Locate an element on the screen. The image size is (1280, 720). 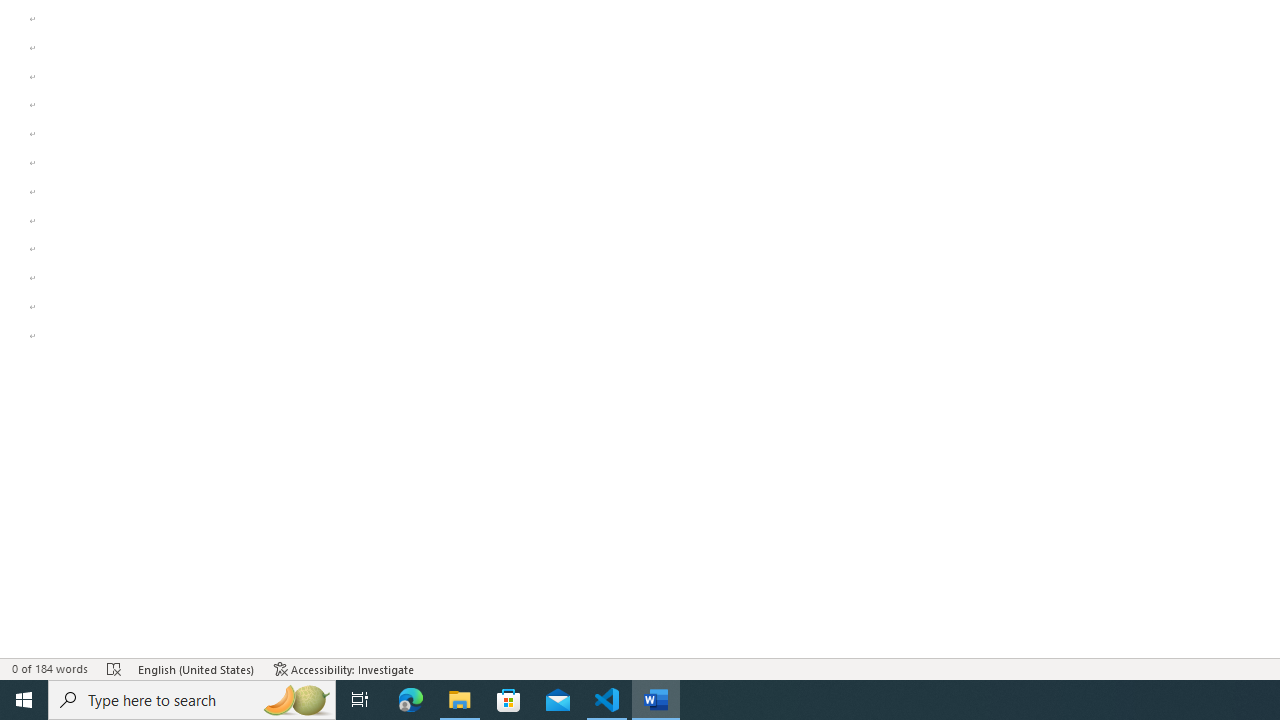
'Language English (United States)' is located at coordinates (196, 669).